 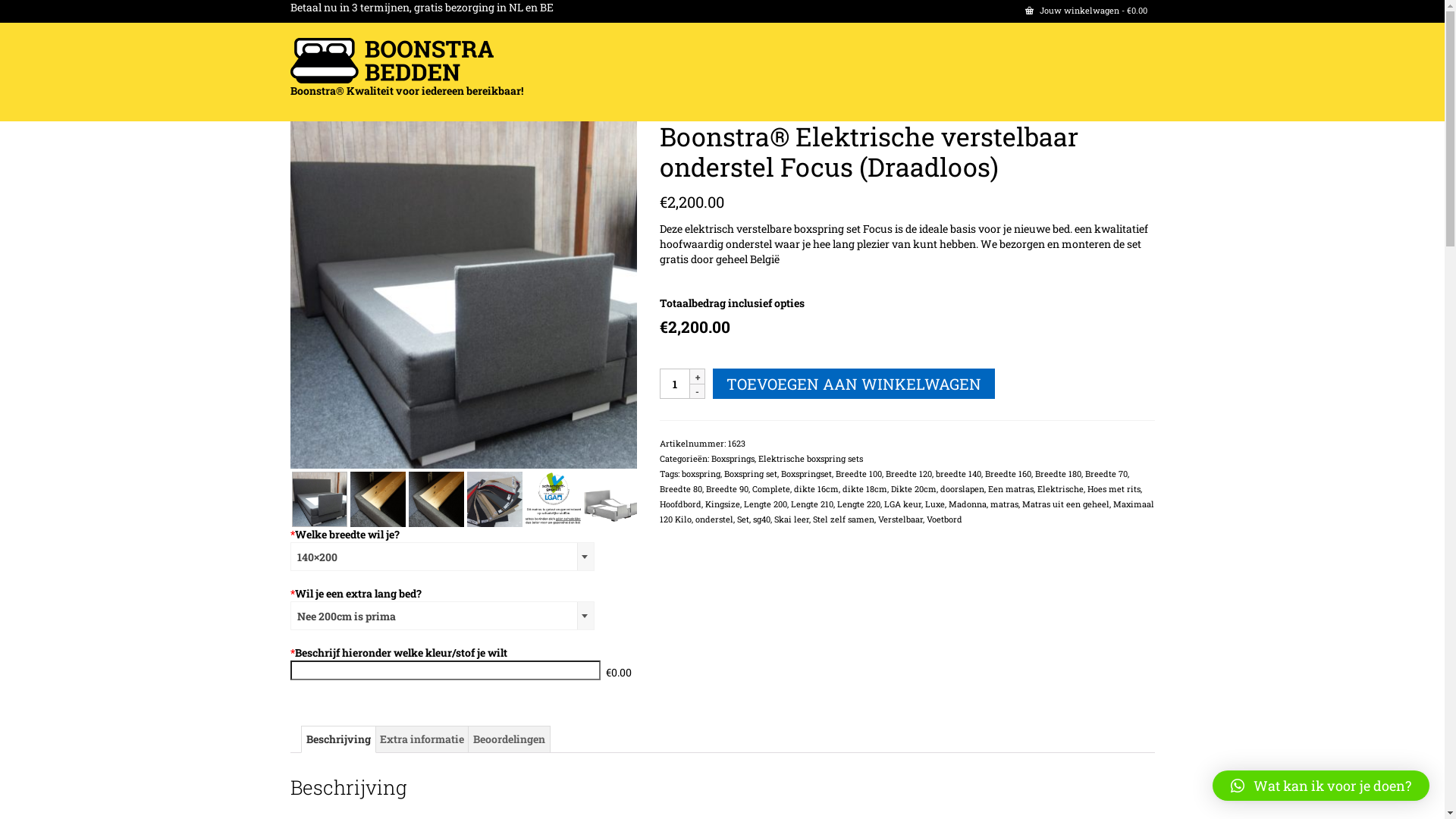 I want to click on 'Extra informatie', so click(x=421, y=739).